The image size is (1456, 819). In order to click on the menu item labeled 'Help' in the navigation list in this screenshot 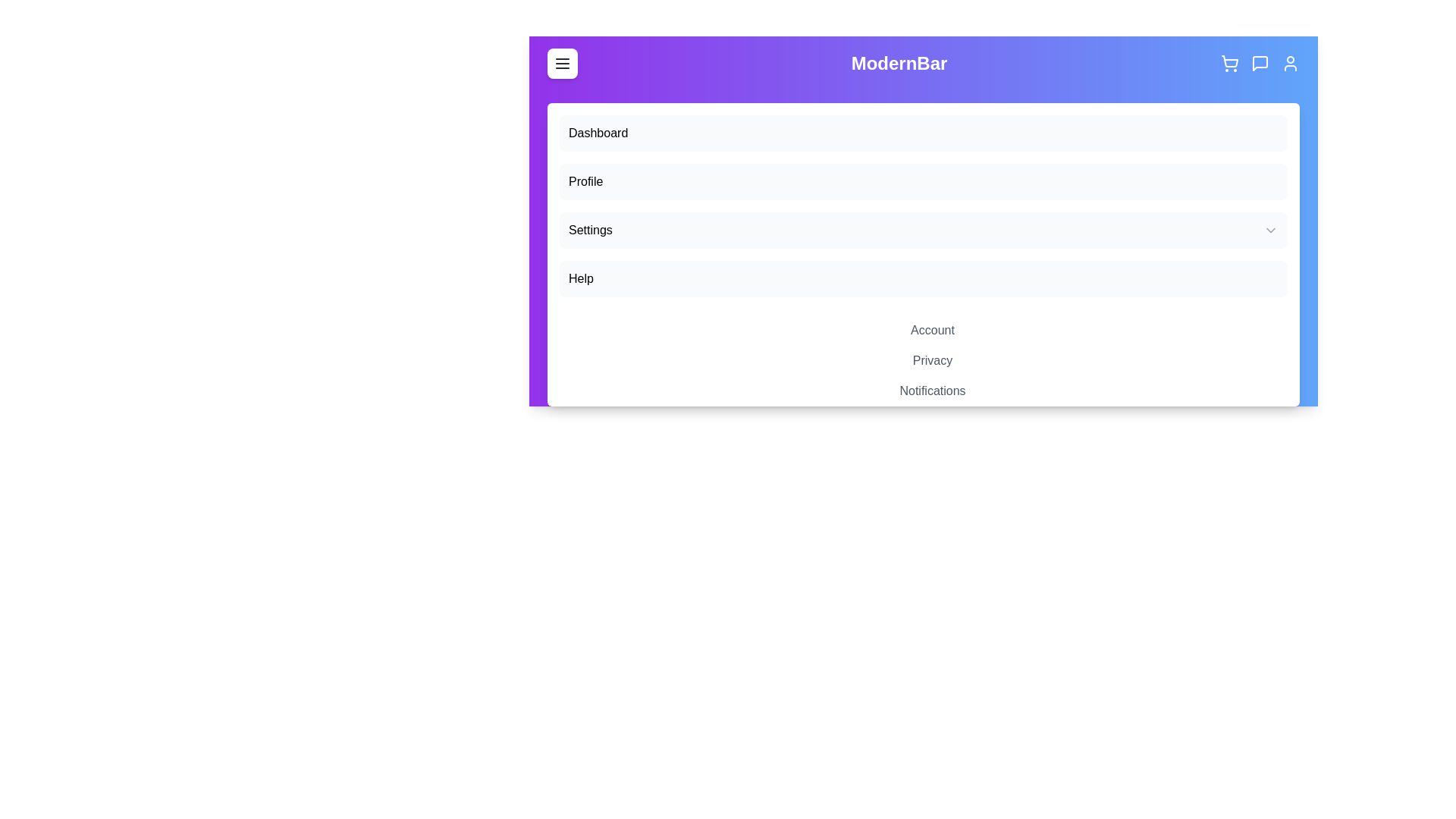, I will do `click(923, 278)`.